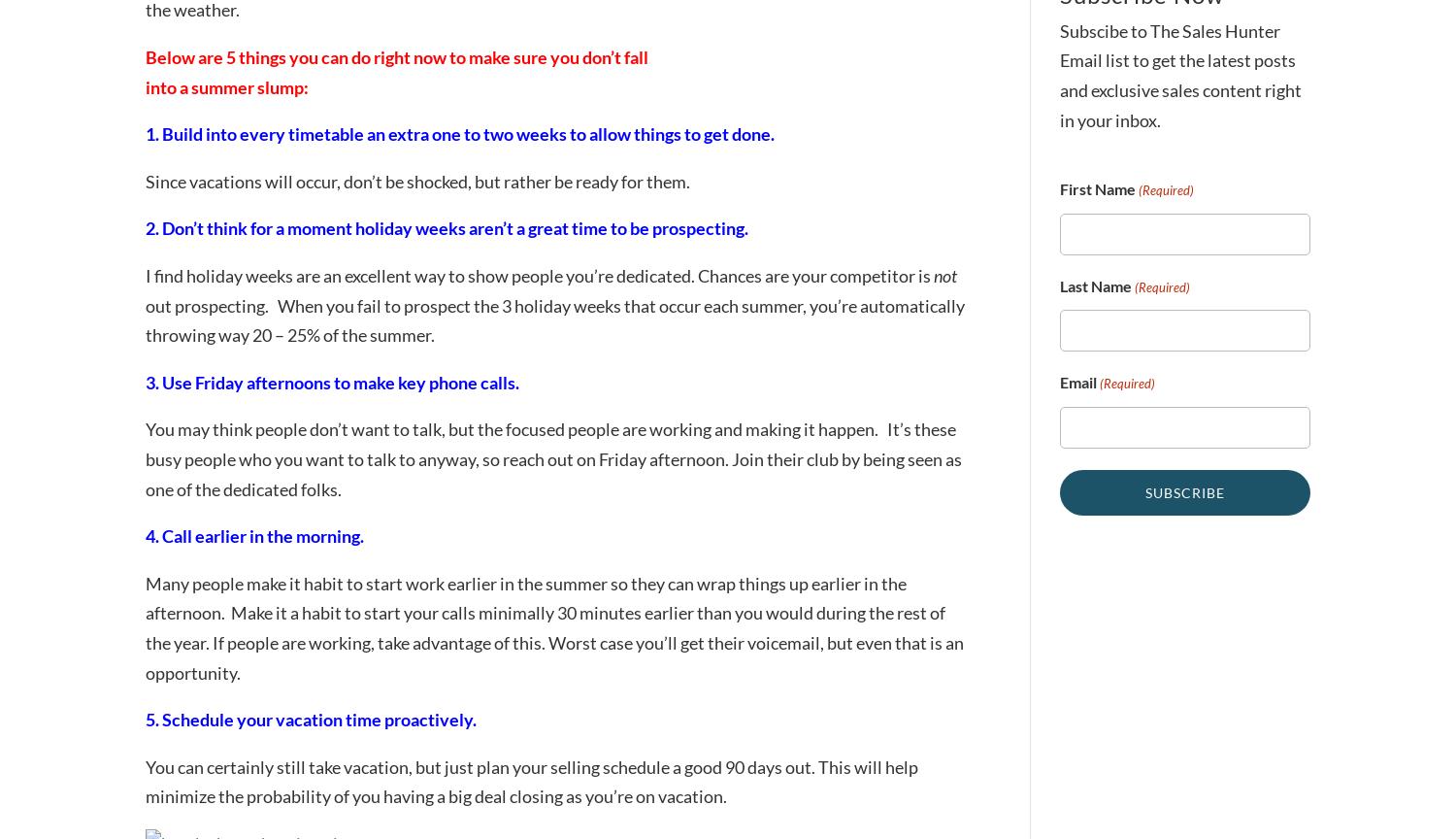  Describe the element at coordinates (310, 719) in the screenshot. I see `'5. Schedule your vacation time proactively.'` at that location.